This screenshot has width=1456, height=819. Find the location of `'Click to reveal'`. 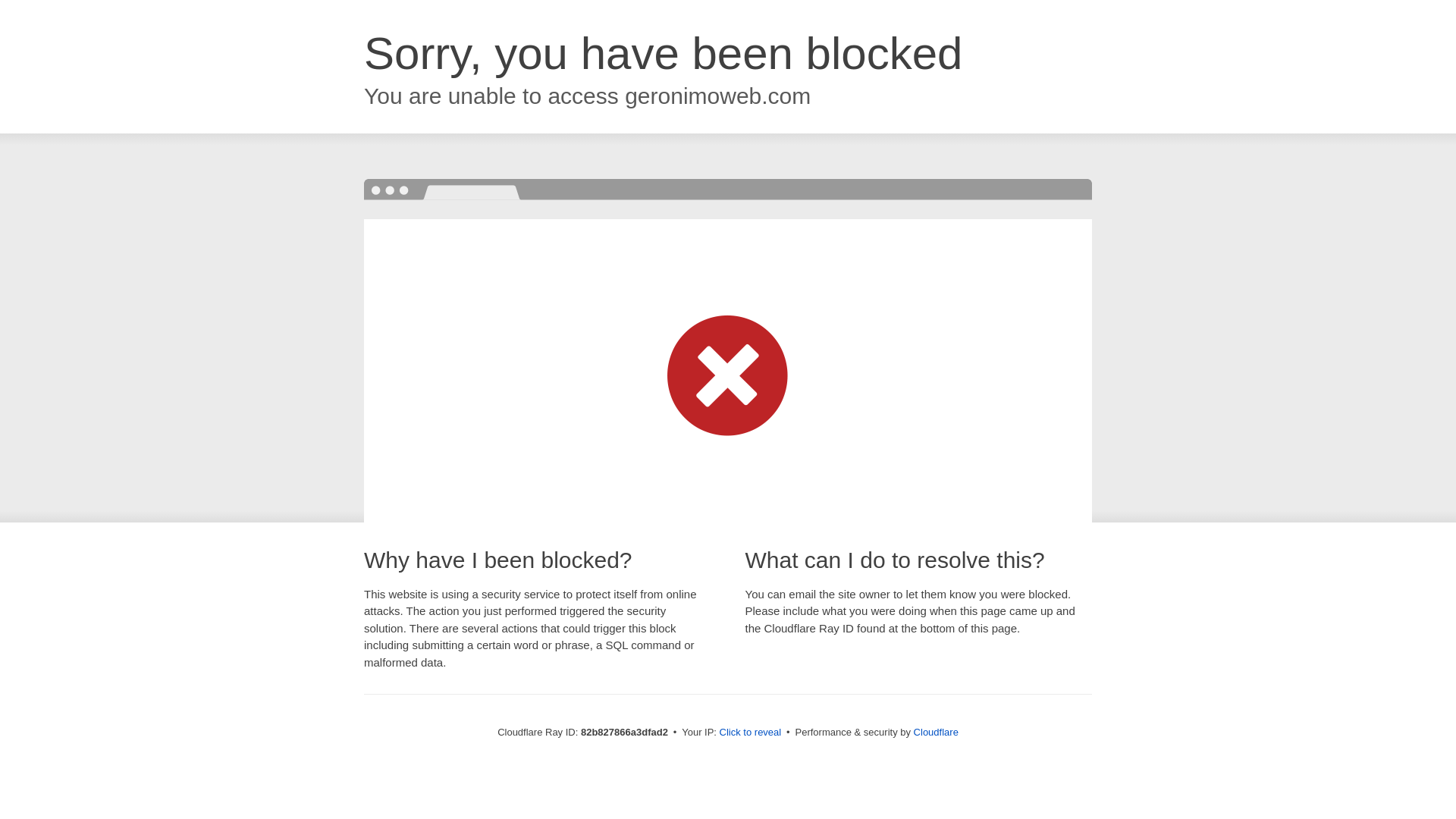

'Click to reveal' is located at coordinates (750, 731).